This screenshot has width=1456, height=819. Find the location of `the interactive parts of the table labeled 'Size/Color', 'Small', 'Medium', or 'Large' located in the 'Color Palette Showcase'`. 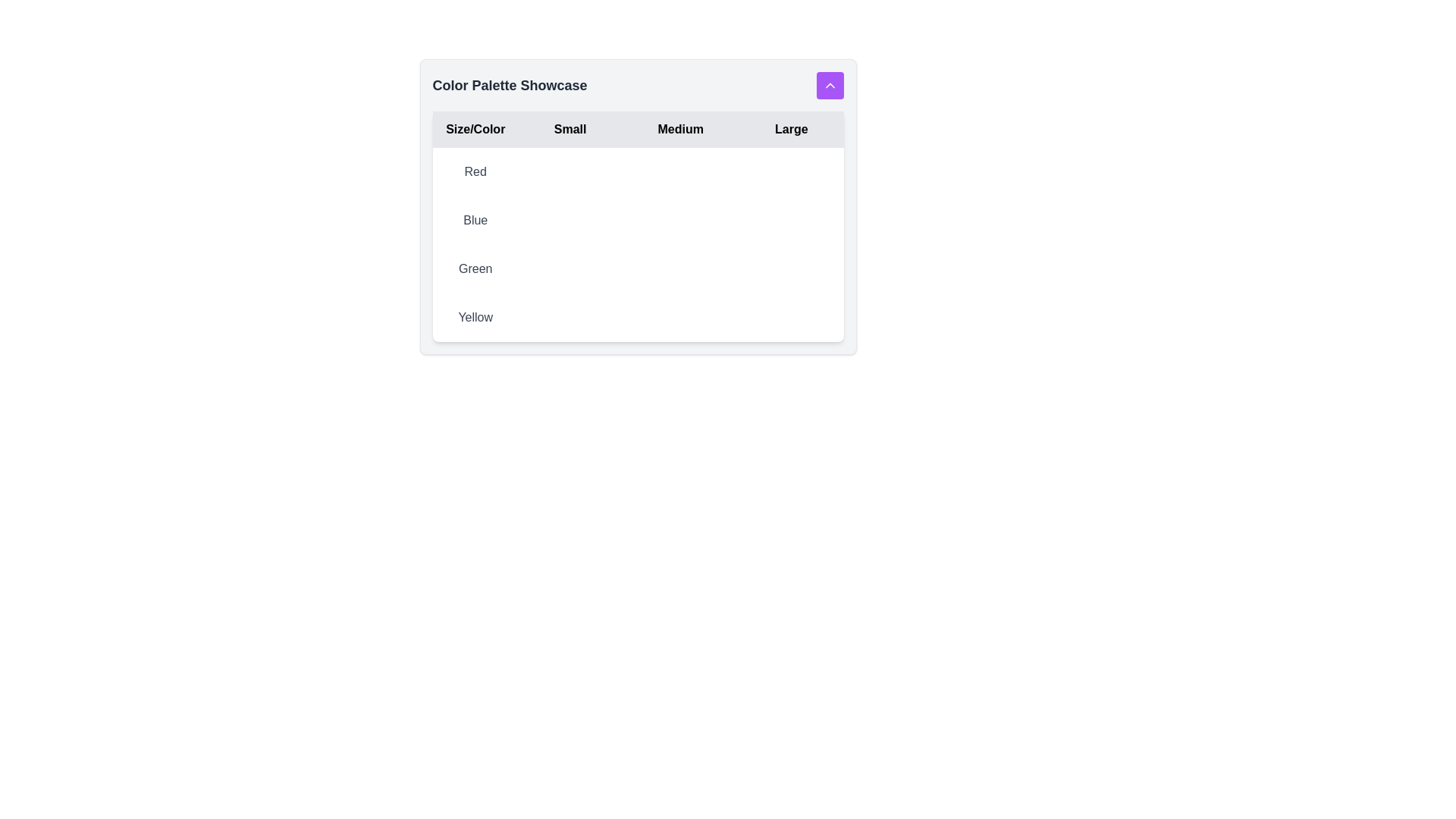

the interactive parts of the table labeled 'Size/Color', 'Small', 'Medium', or 'Large' located in the 'Color Palette Showcase' is located at coordinates (638, 227).